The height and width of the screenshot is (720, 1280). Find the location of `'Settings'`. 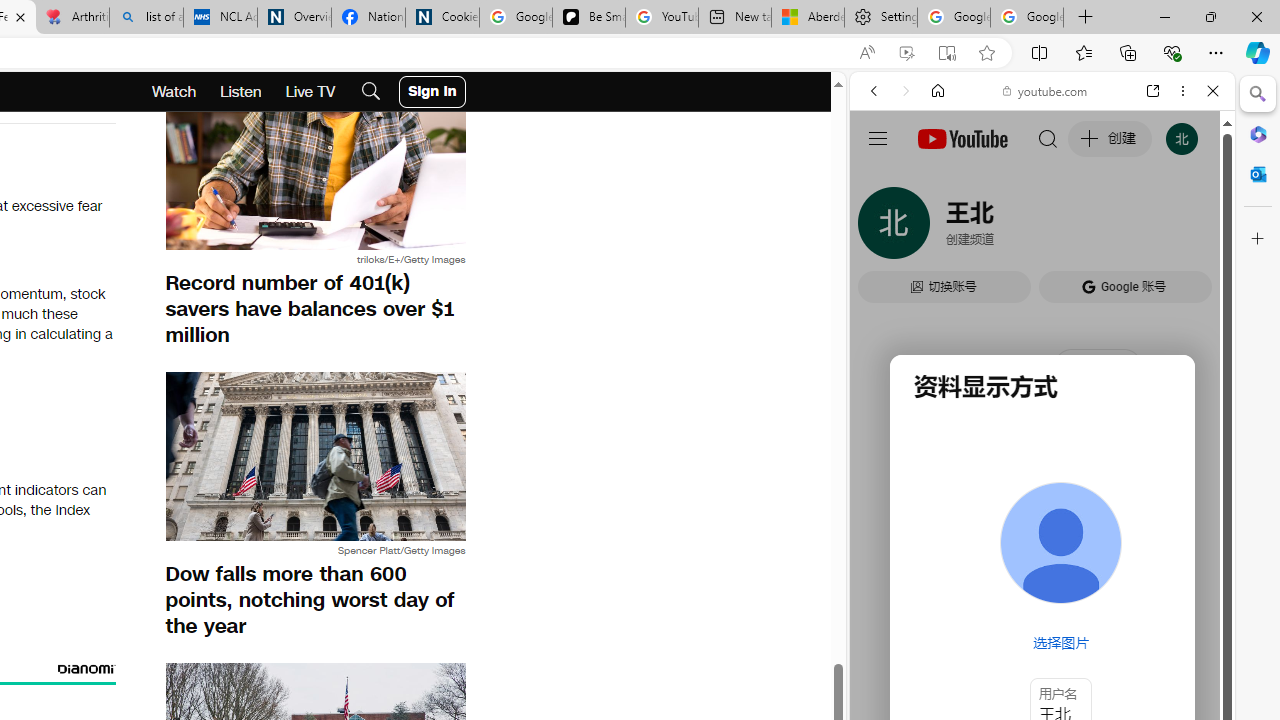

'Settings' is located at coordinates (880, 17).